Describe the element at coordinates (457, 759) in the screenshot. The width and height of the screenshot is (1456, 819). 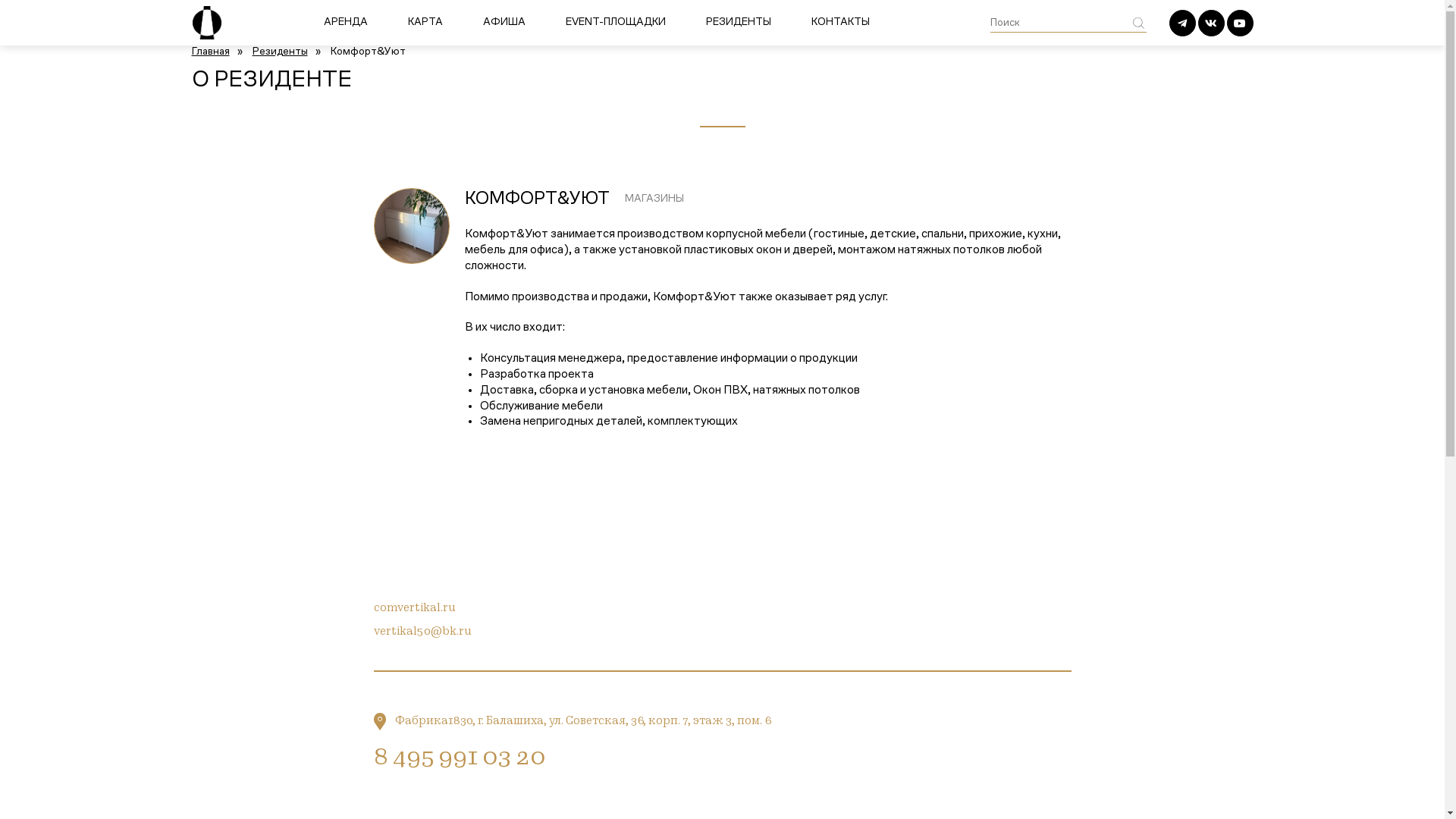
I see `'8 495 991 03 20'` at that location.